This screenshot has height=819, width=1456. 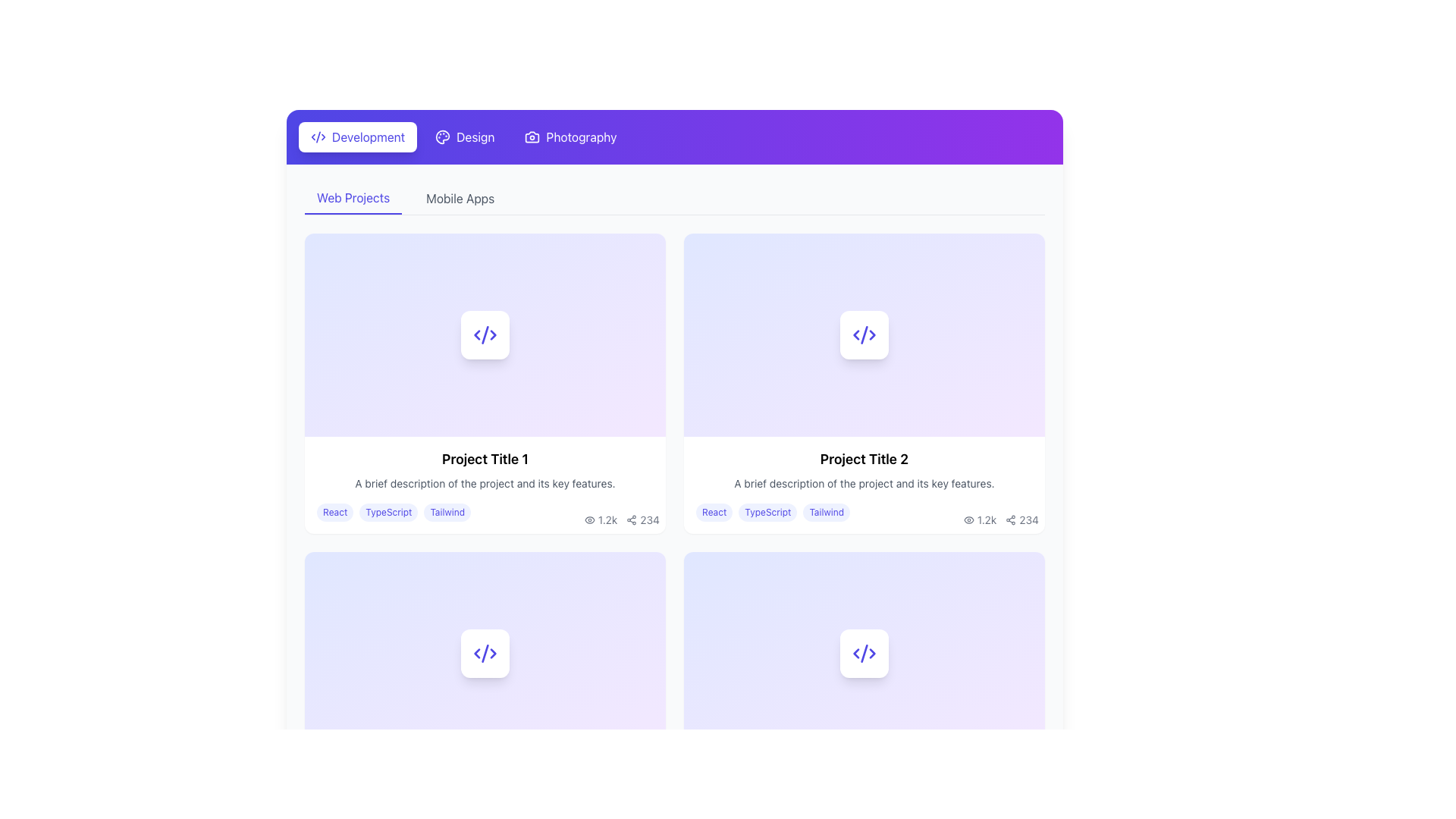 I want to click on Tailwind badge that is the third item in a horizontal list below 'Project Title 2', aligned with 'React' and 'TypeScript', so click(x=826, y=512).